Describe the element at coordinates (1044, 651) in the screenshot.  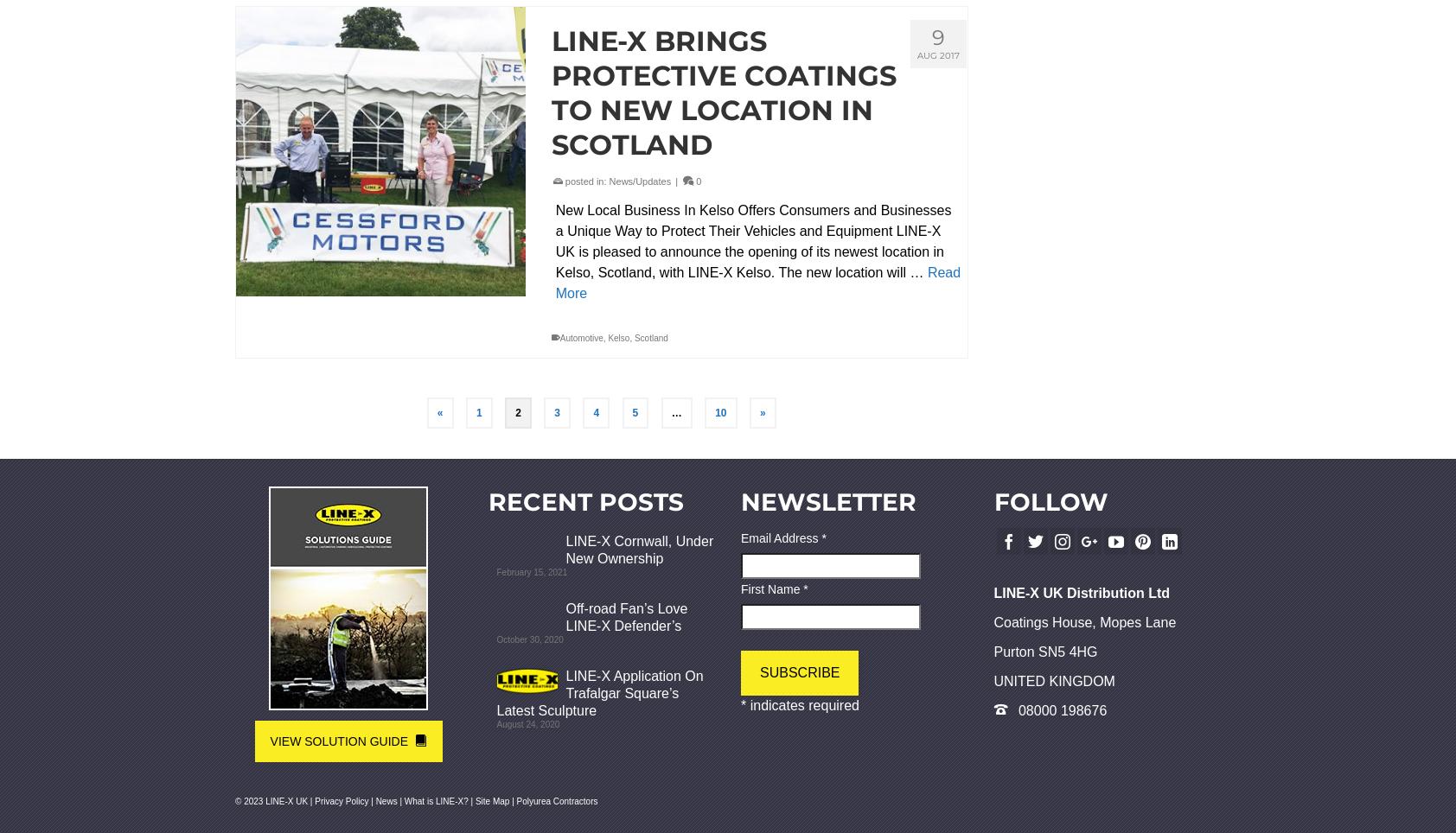
I see `'Purton SN5 4HG'` at that location.